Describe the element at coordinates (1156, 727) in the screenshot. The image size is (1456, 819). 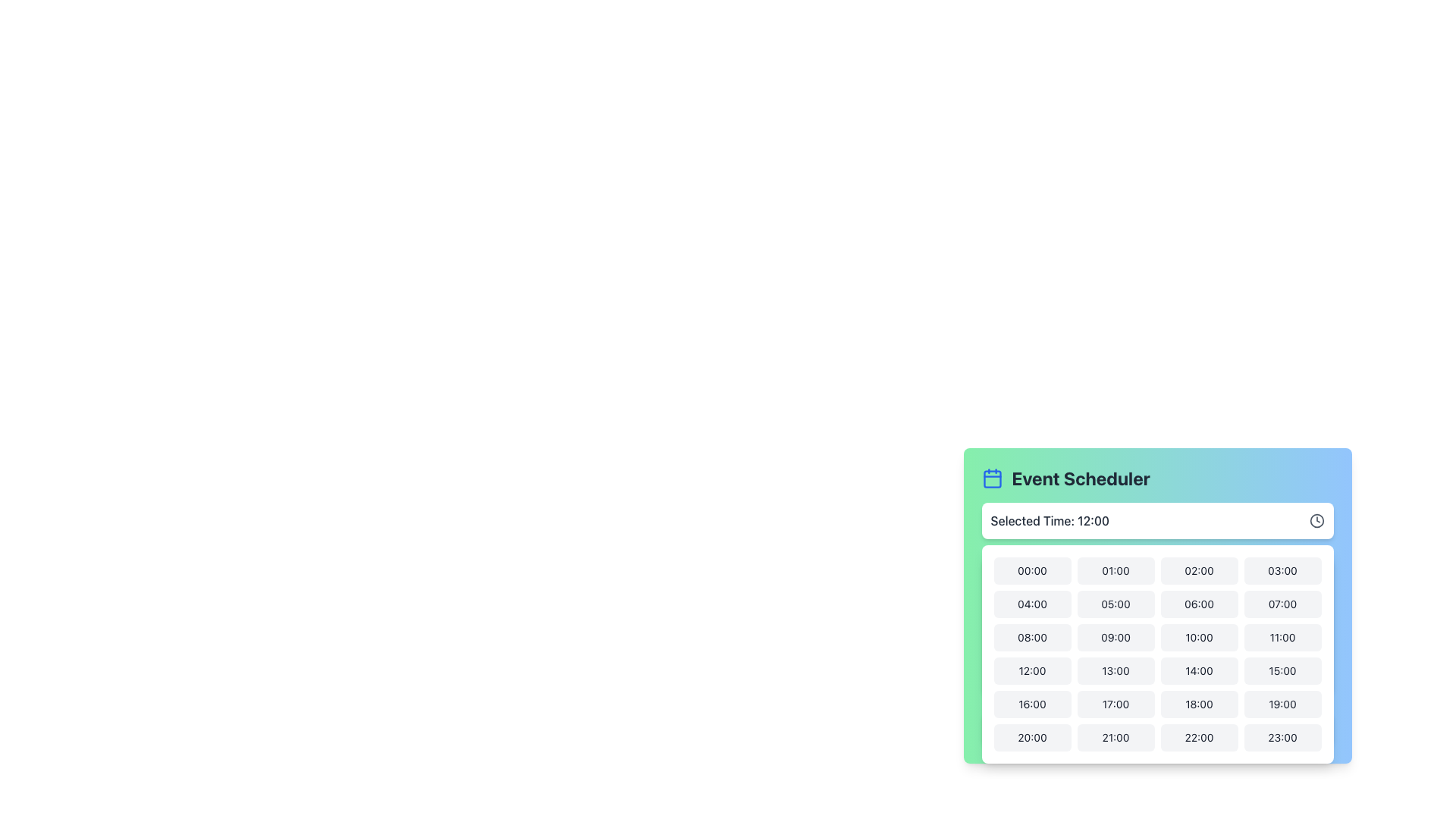
I see `the confirm button in the 'Event Scheduler' panel` at that location.